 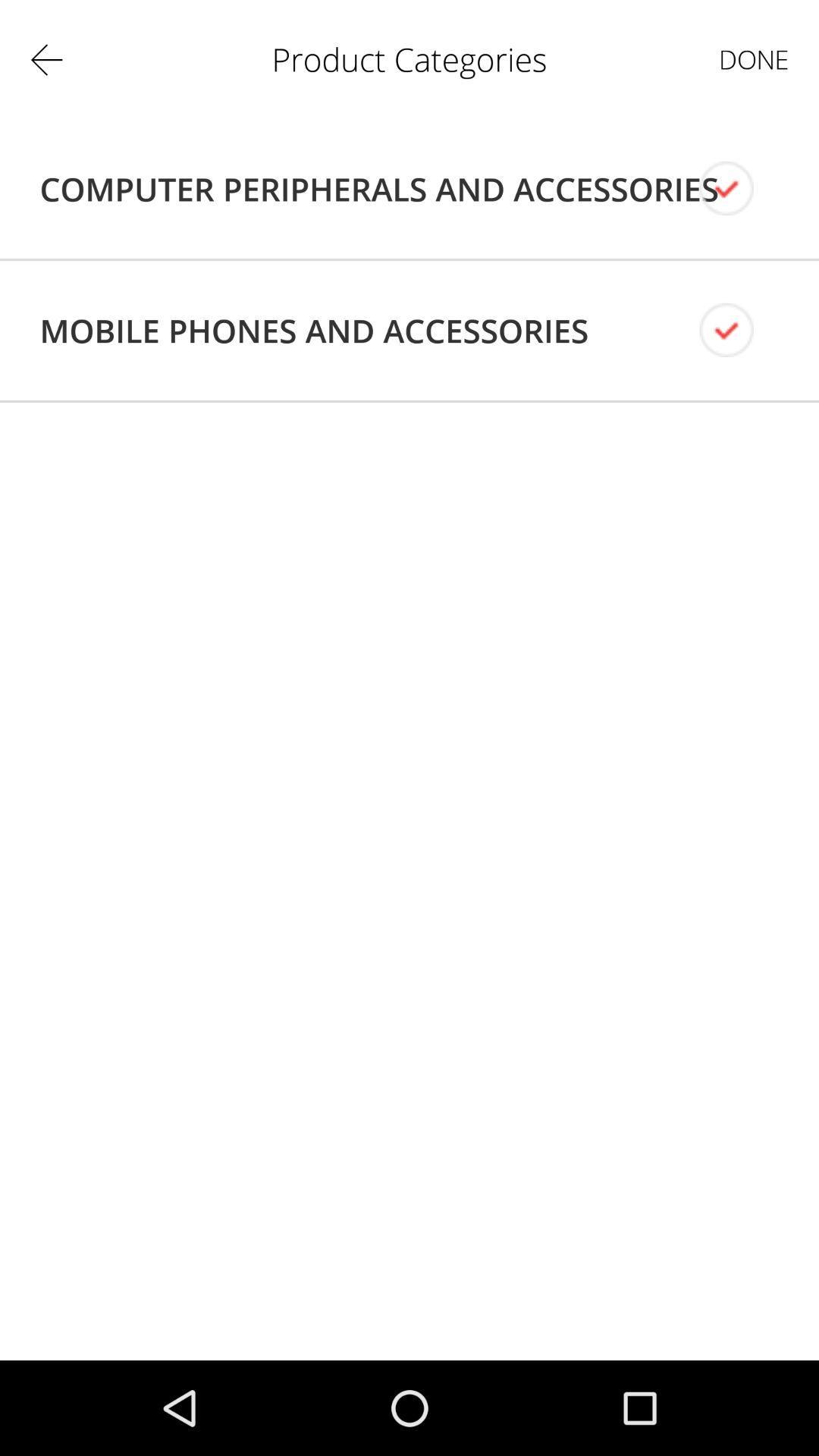 What do you see at coordinates (313, 330) in the screenshot?
I see `the icon below computer peripherals and icon` at bounding box center [313, 330].